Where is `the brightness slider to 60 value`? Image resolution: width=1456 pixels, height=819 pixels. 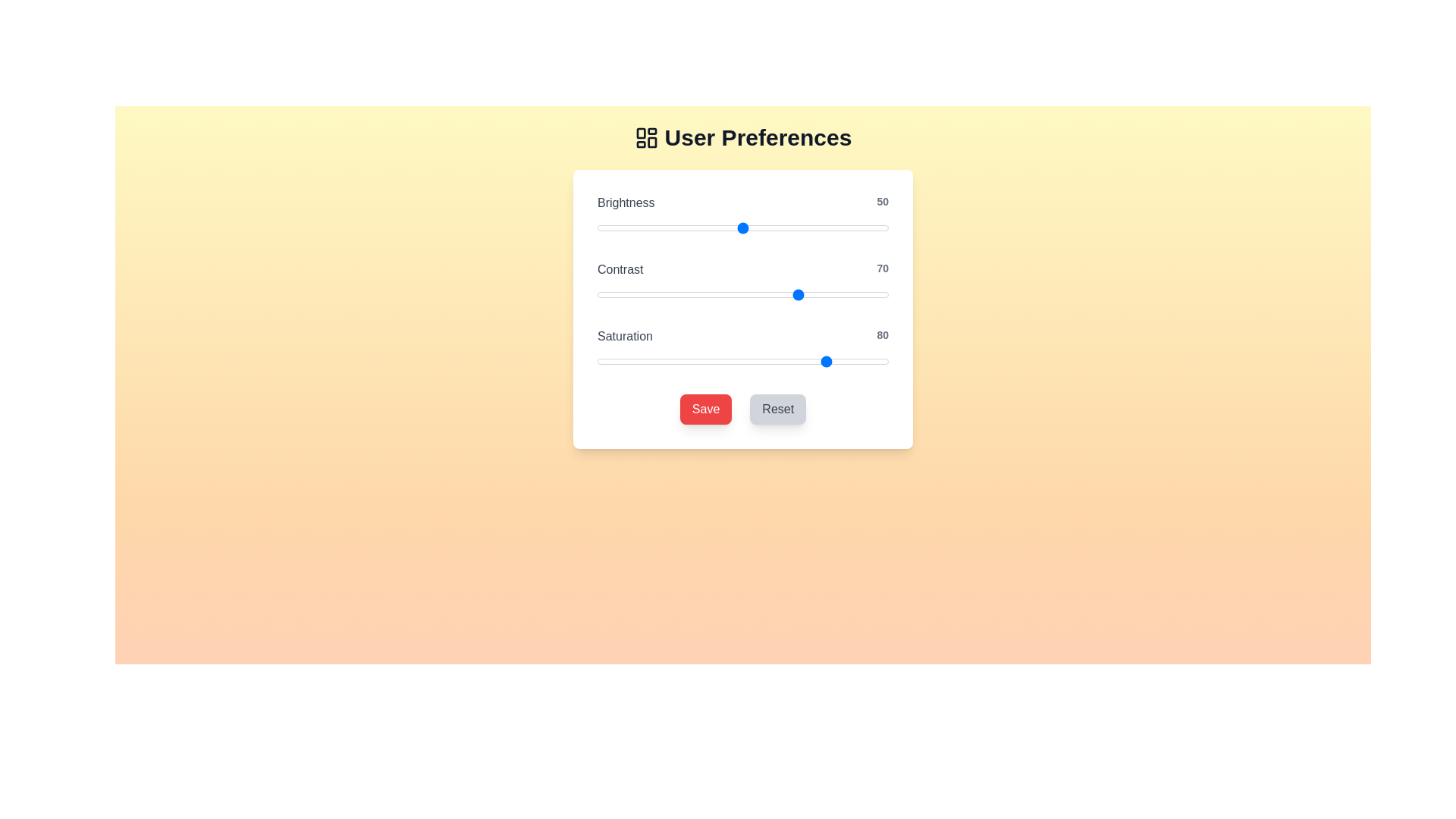
the brightness slider to 60 value is located at coordinates (772, 227).